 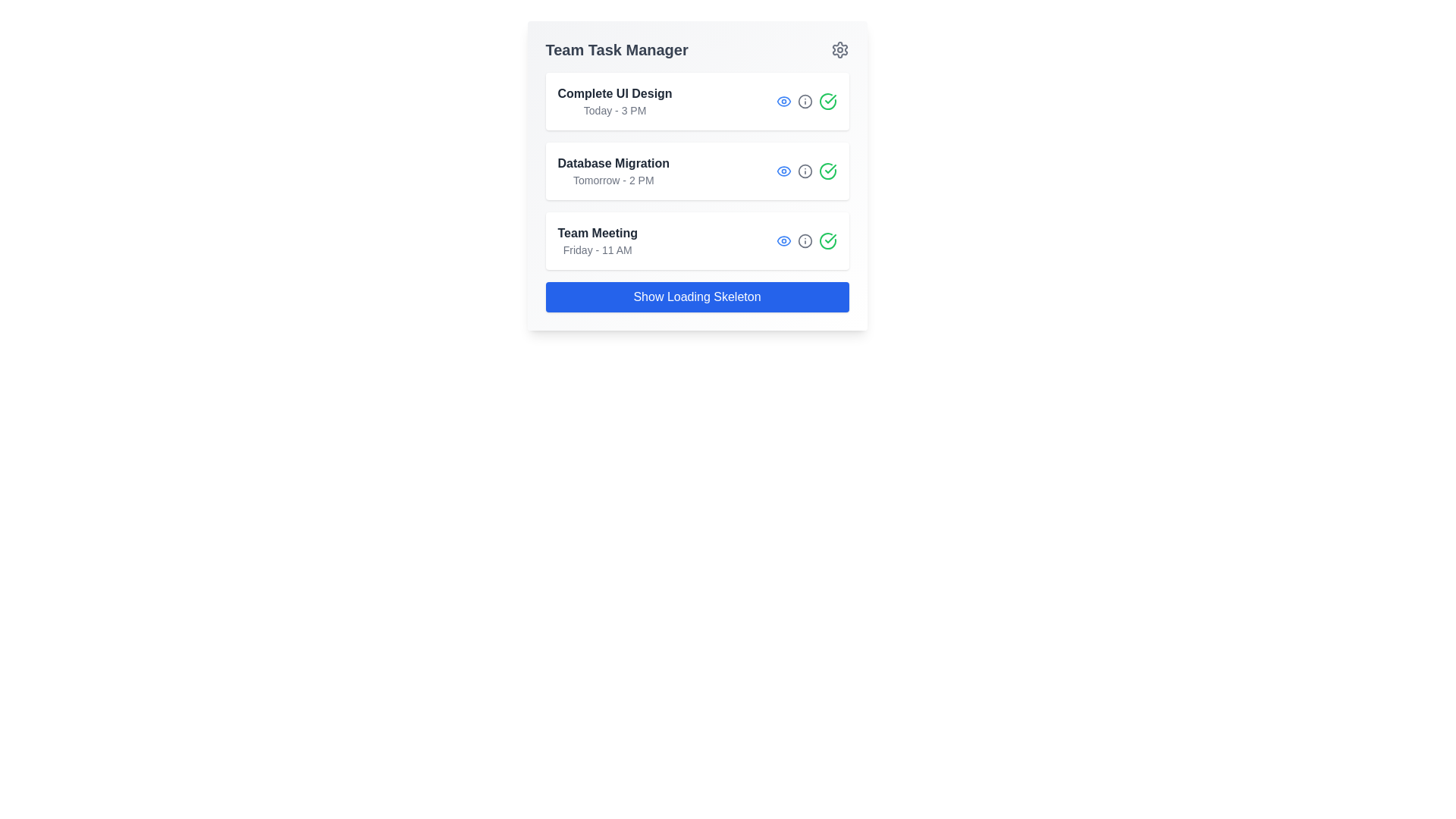 I want to click on the 'Show Loading Skeleton' button, which has a blue background and white text, located at the bottom of the 'Team Task Manager' card, so click(x=696, y=297).